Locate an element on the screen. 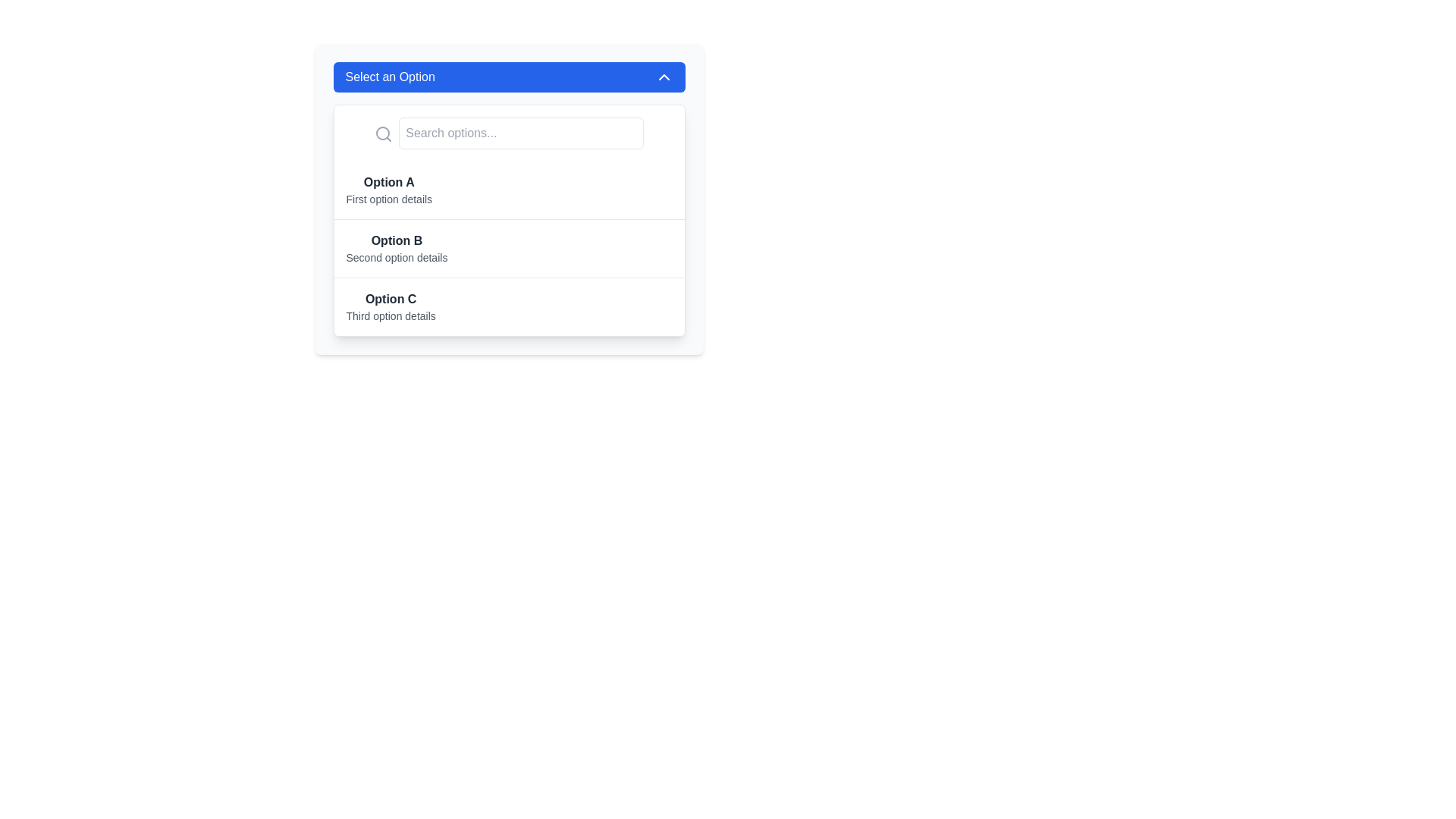  the list item labeled 'Option C', which is the third item in the vertical list is located at coordinates (509, 306).